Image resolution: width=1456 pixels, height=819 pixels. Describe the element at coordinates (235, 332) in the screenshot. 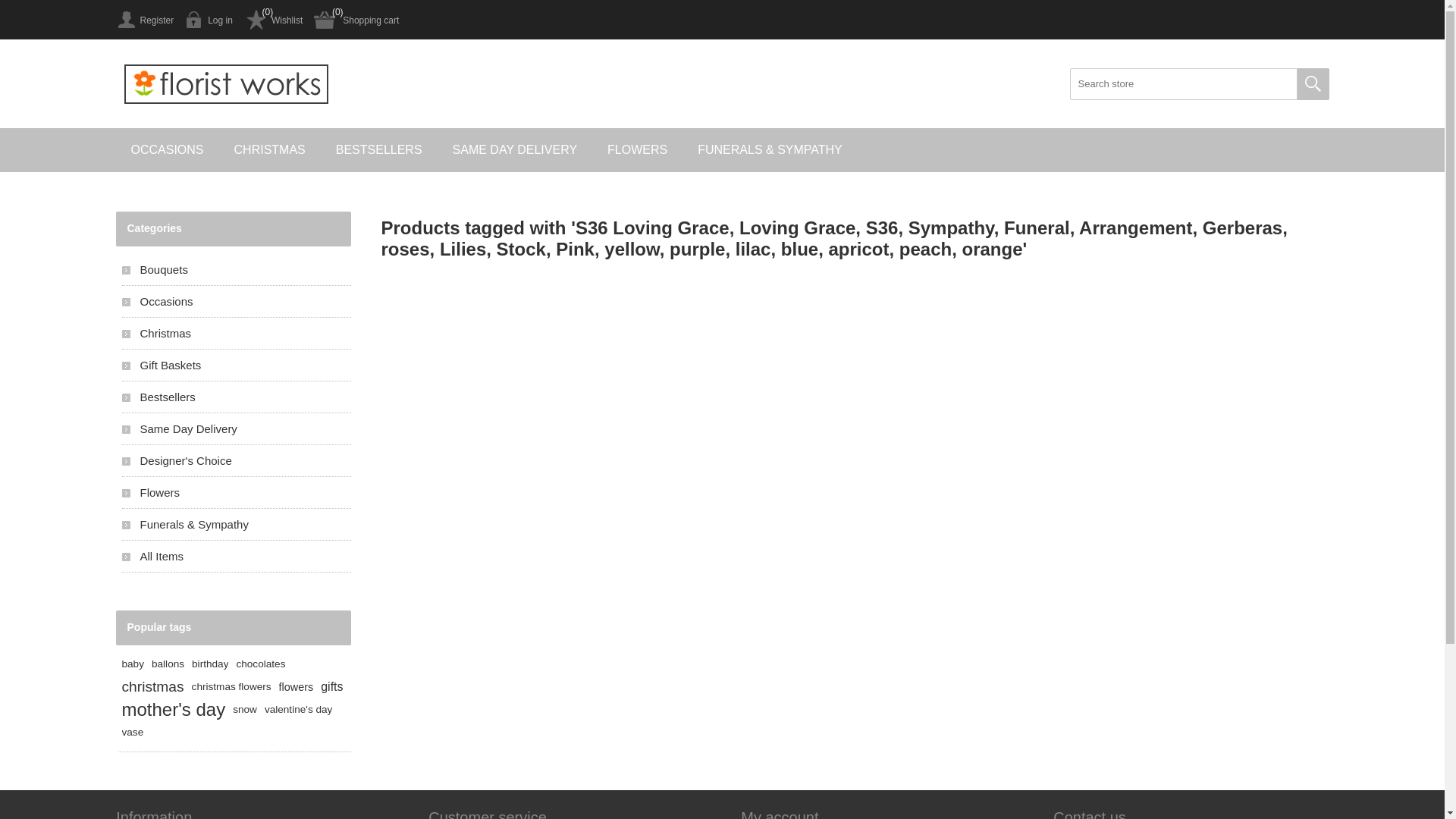

I see `'Christmas'` at that location.